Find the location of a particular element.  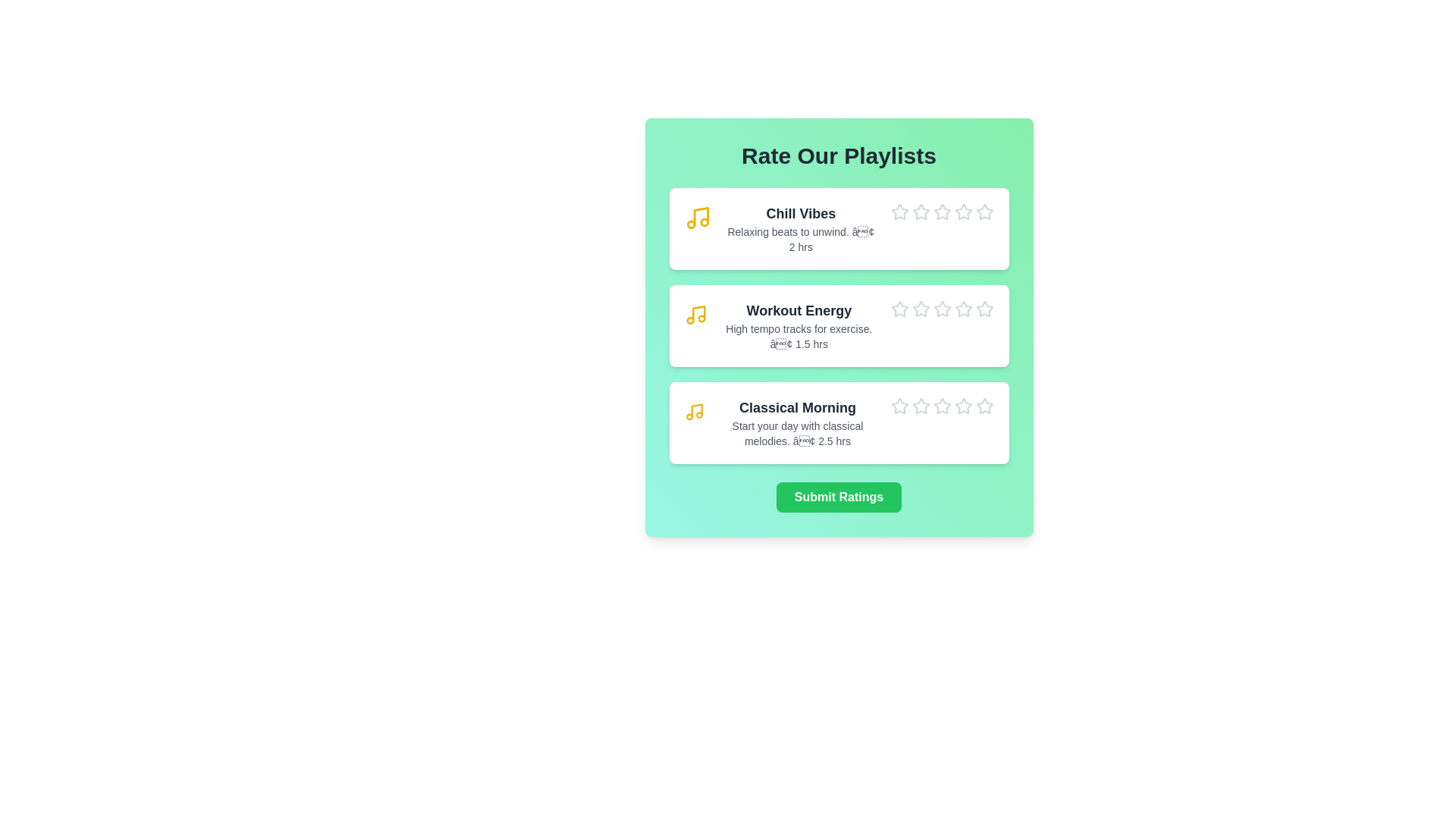

the star icon corresponding to 2 stars for the playlist Chill Vibes is located at coordinates (911, 202).